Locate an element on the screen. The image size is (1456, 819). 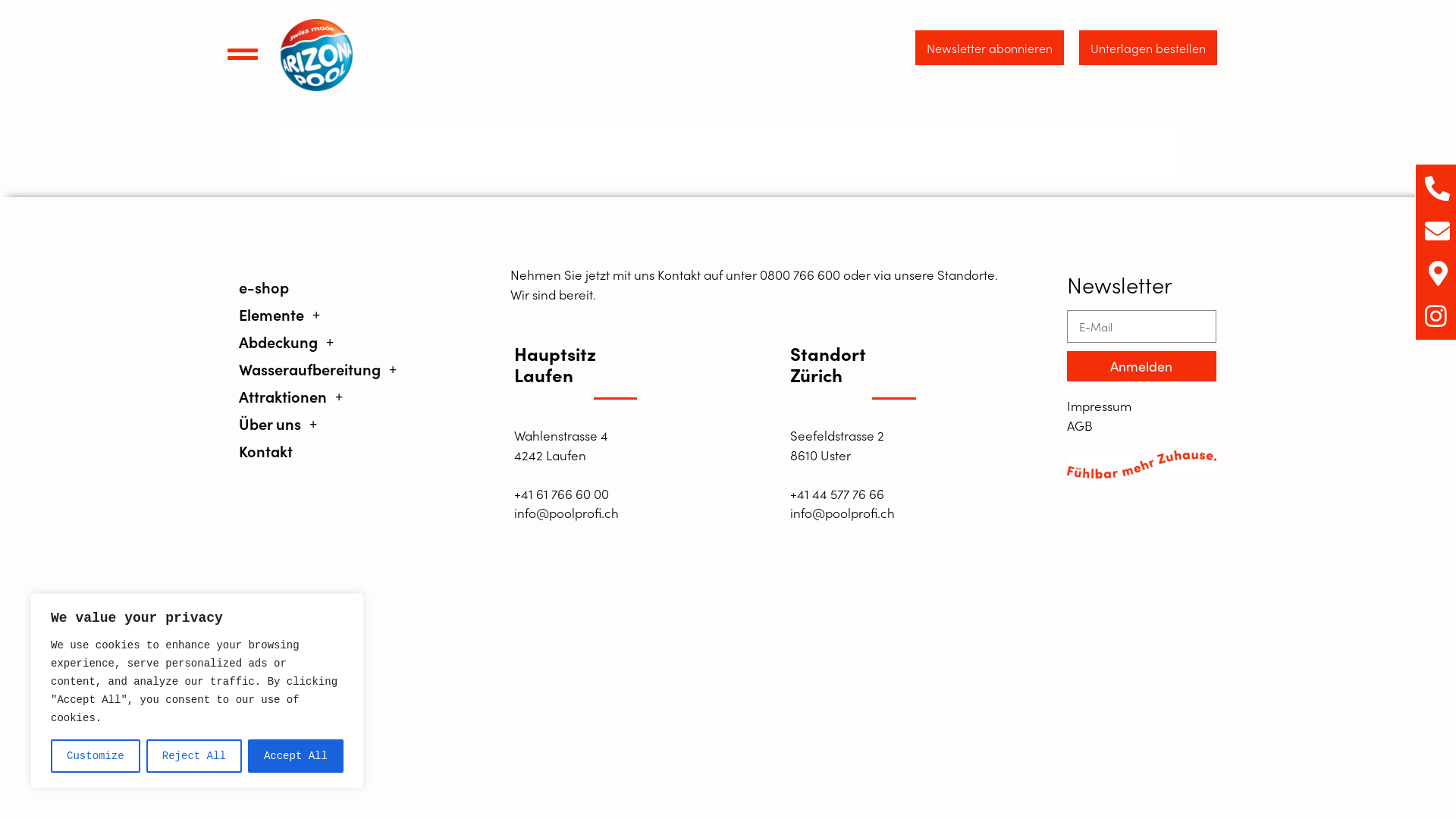
'Impressum' is located at coordinates (1141, 406).